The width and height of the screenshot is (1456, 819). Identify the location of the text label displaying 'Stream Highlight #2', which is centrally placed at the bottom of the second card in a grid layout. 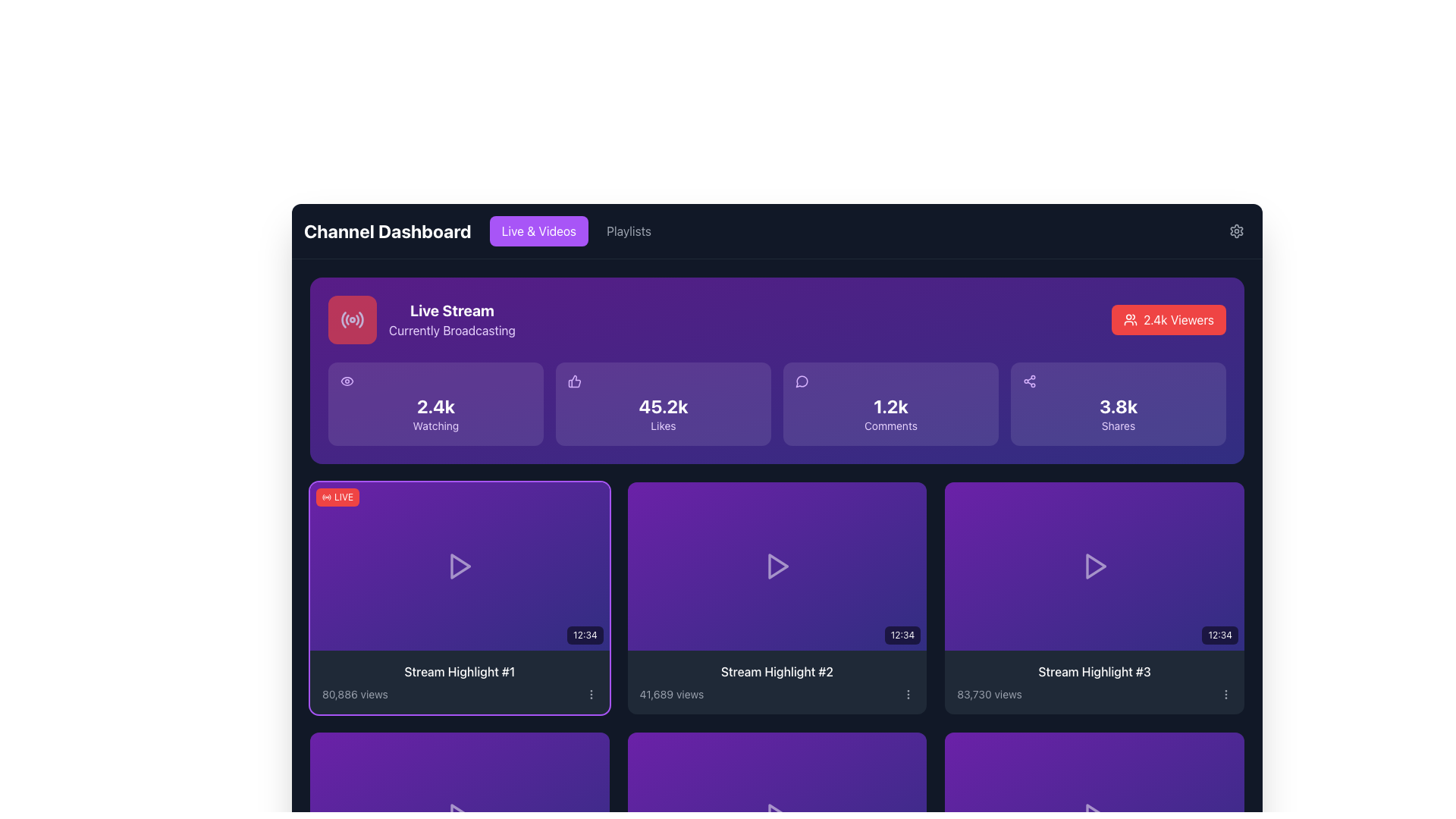
(777, 671).